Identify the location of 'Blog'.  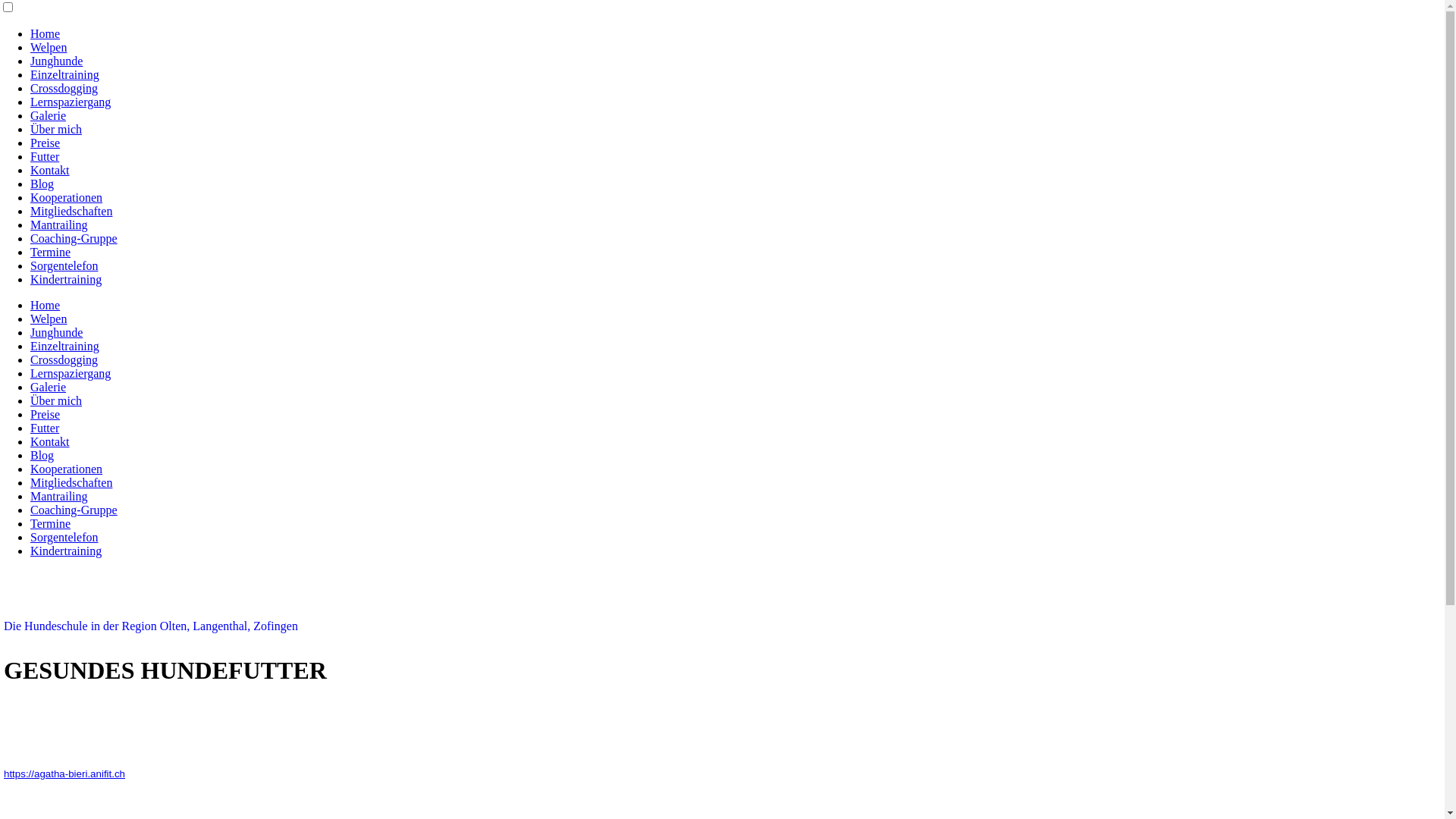
(42, 183).